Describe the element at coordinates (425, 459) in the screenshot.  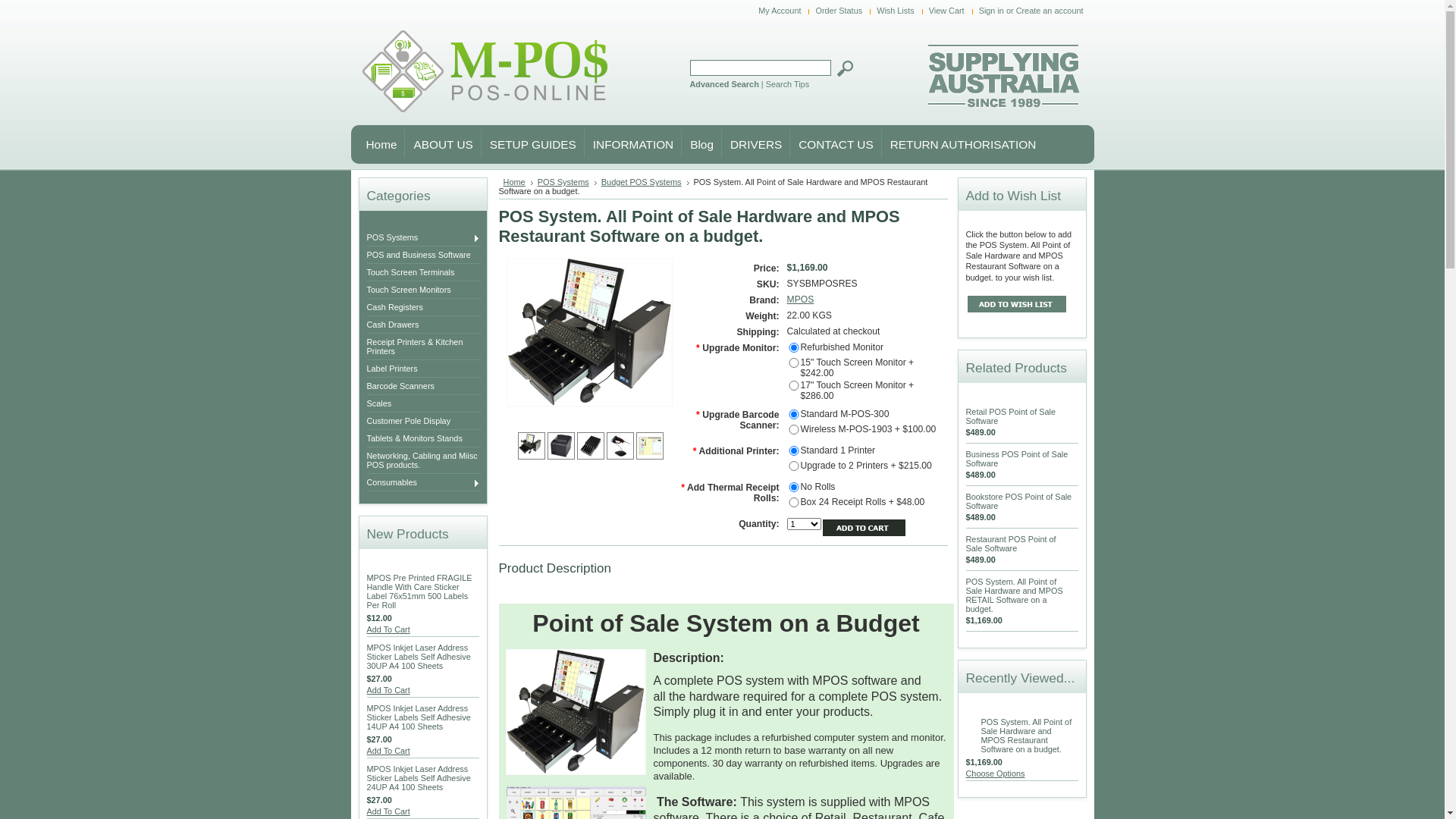
I see `'Networking, Cabling and Miisc POS products.'` at that location.